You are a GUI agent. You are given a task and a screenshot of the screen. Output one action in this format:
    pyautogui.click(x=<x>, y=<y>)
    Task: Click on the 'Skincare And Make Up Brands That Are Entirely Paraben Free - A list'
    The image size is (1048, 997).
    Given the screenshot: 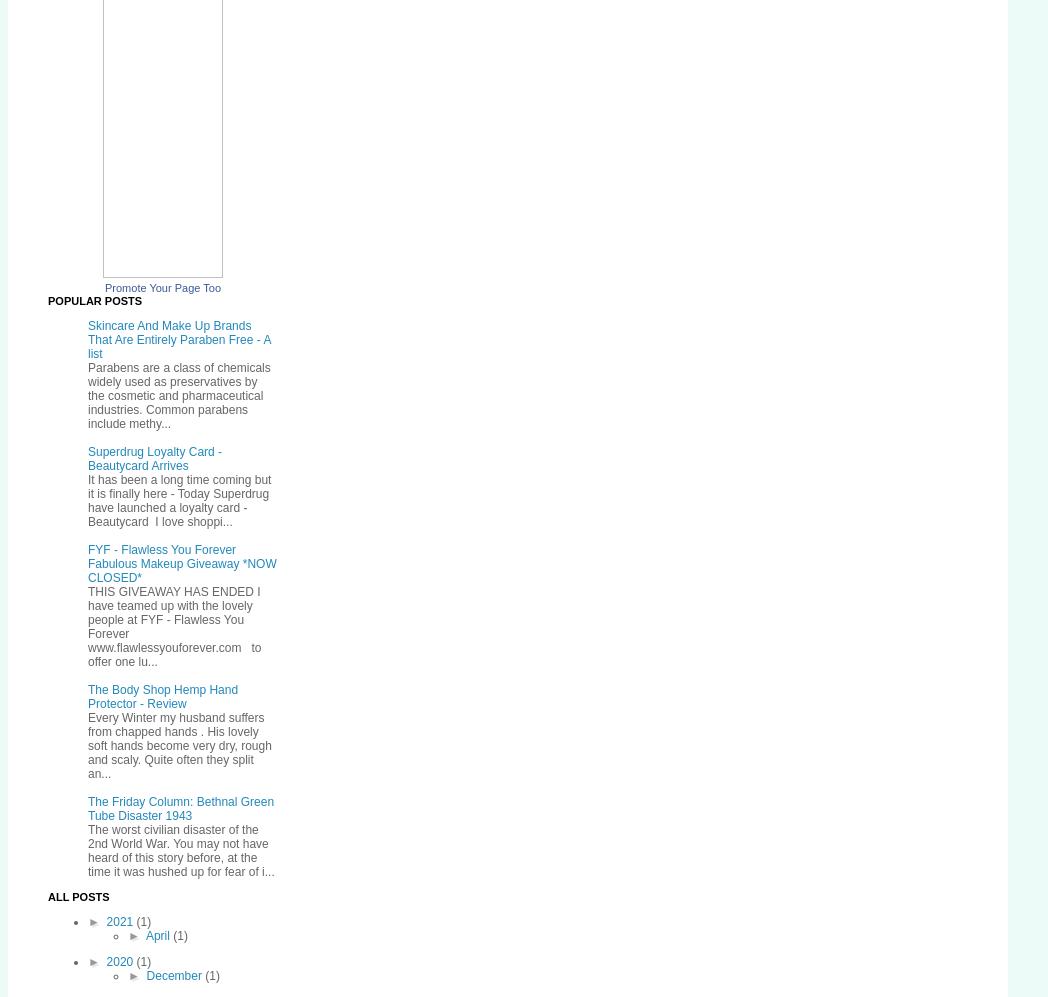 What is the action you would take?
    pyautogui.click(x=87, y=338)
    